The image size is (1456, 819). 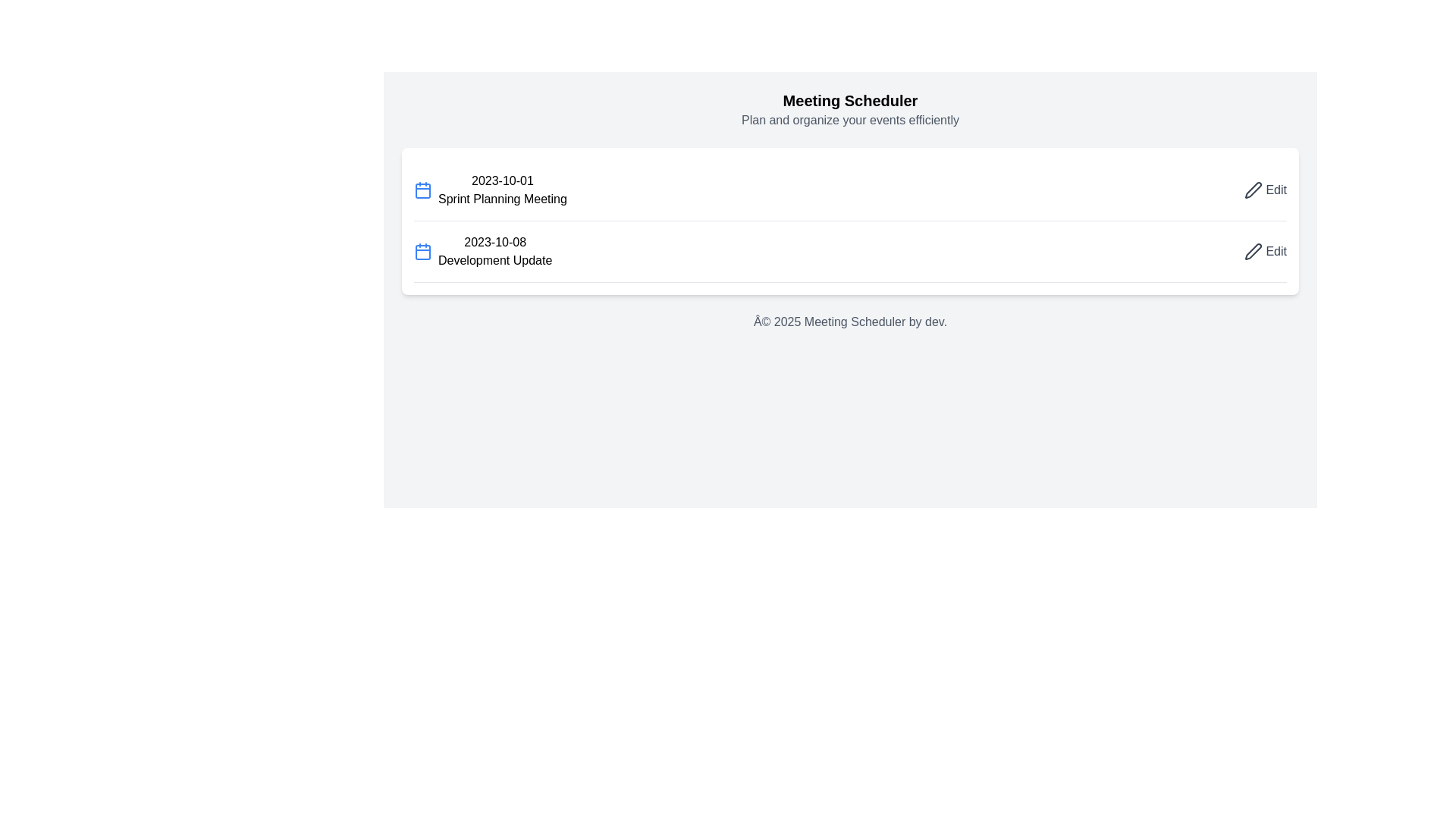 I want to click on the text element displaying 'Sprint Planning Meeting', which is positioned below the '2023-10-01' date entry in the scheduling interface, so click(x=502, y=198).